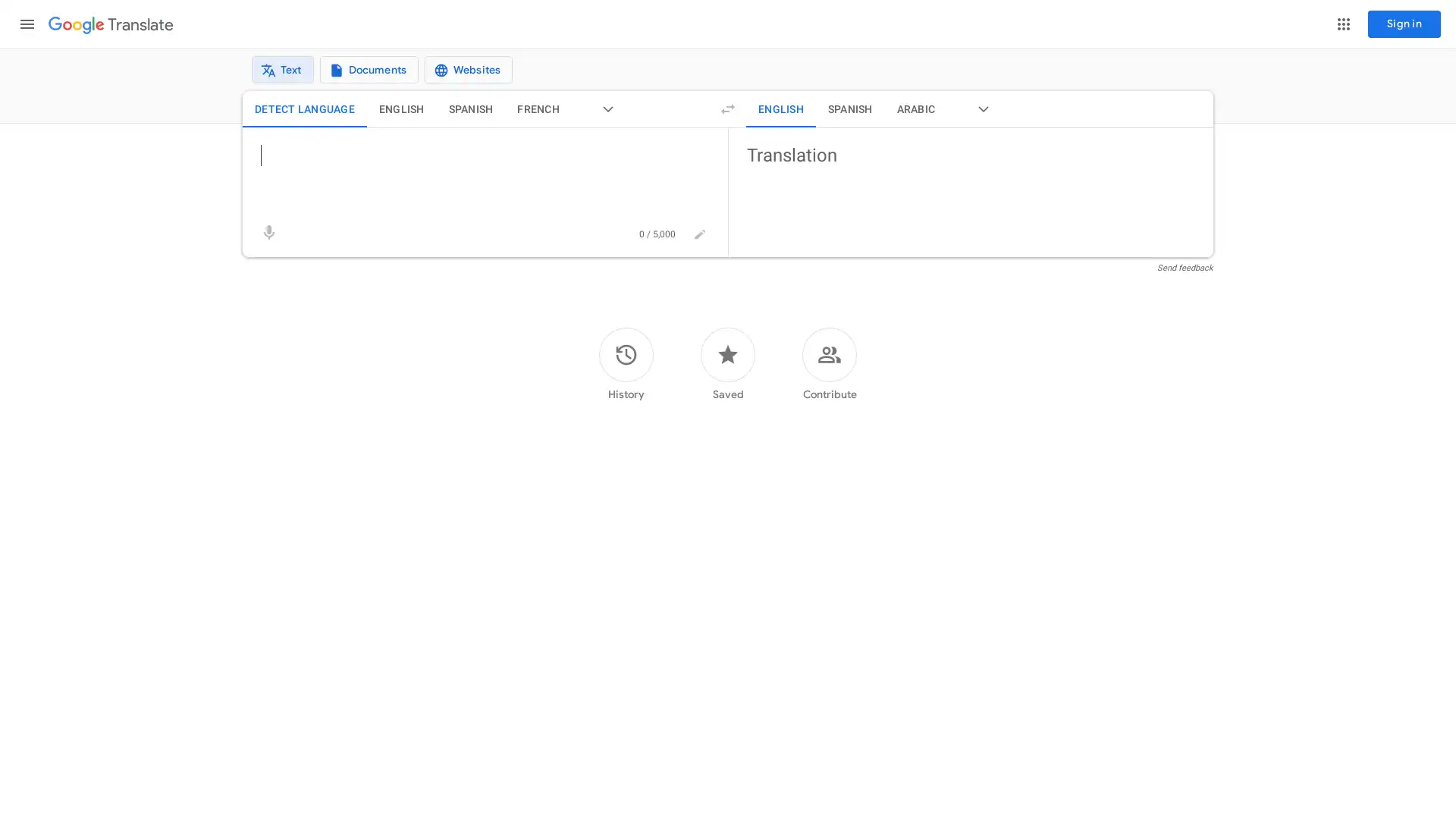 This screenshot has width=1456, height=819. What do you see at coordinates (359, 74) in the screenshot?
I see `Document translation` at bounding box center [359, 74].